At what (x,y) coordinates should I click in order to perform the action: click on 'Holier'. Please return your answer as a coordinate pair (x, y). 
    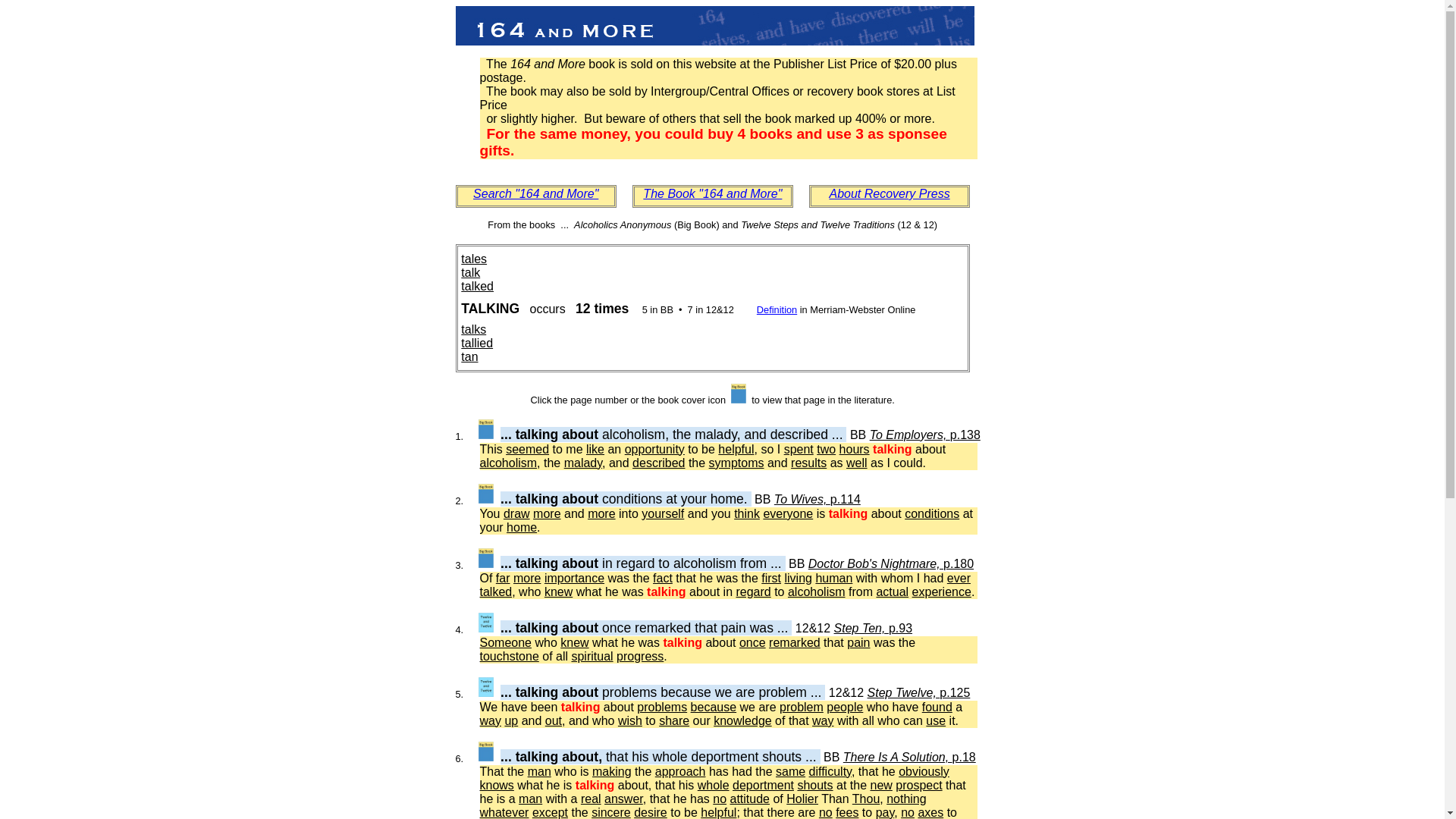
    Looking at the image, I should click on (801, 798).